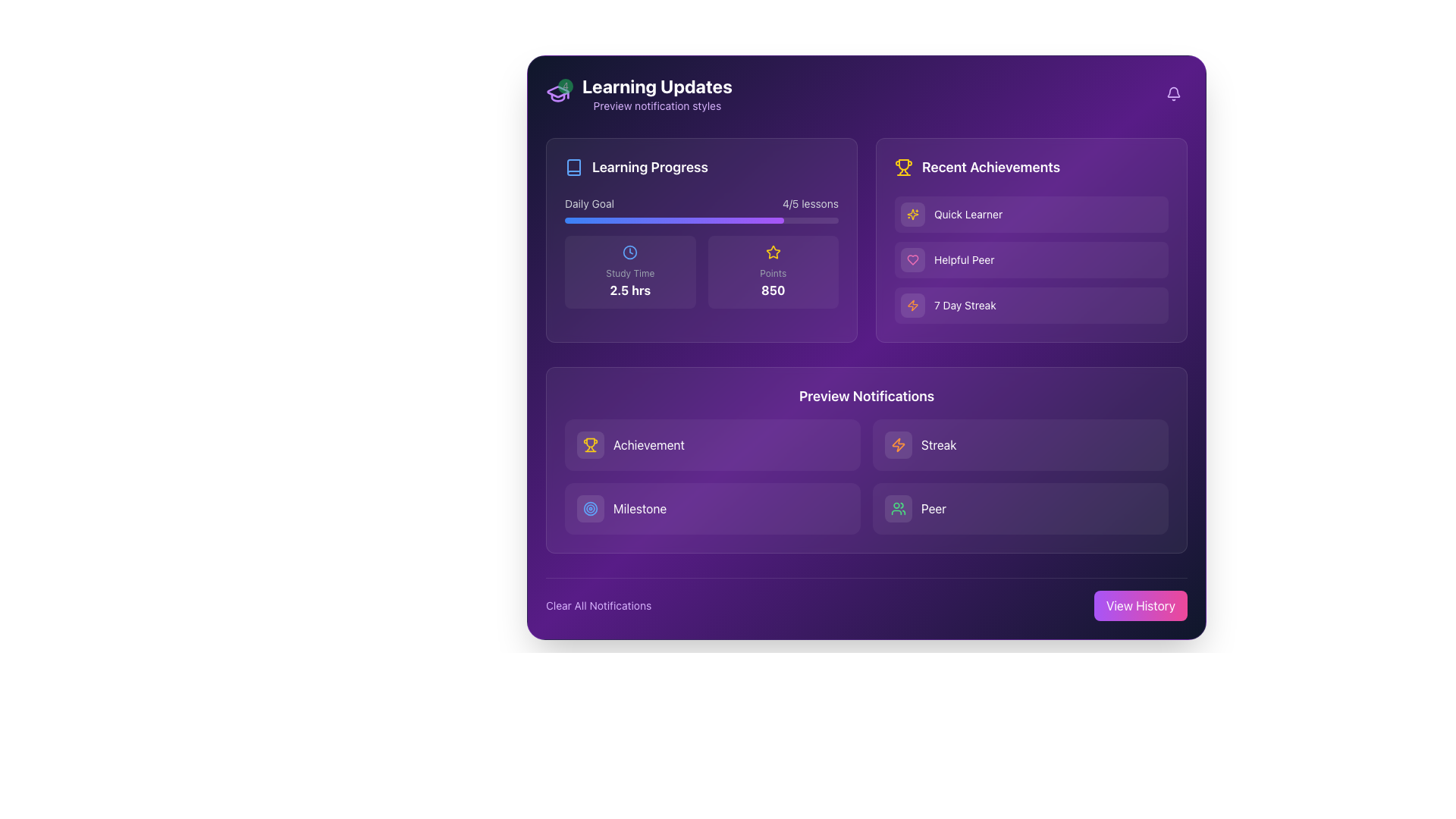 Image resolution: width=1456 pixels, height=819 pixels. I want to click on the bell-shaped icon outlined in purple at the top-right corner of the interface, so click(1173, 93).